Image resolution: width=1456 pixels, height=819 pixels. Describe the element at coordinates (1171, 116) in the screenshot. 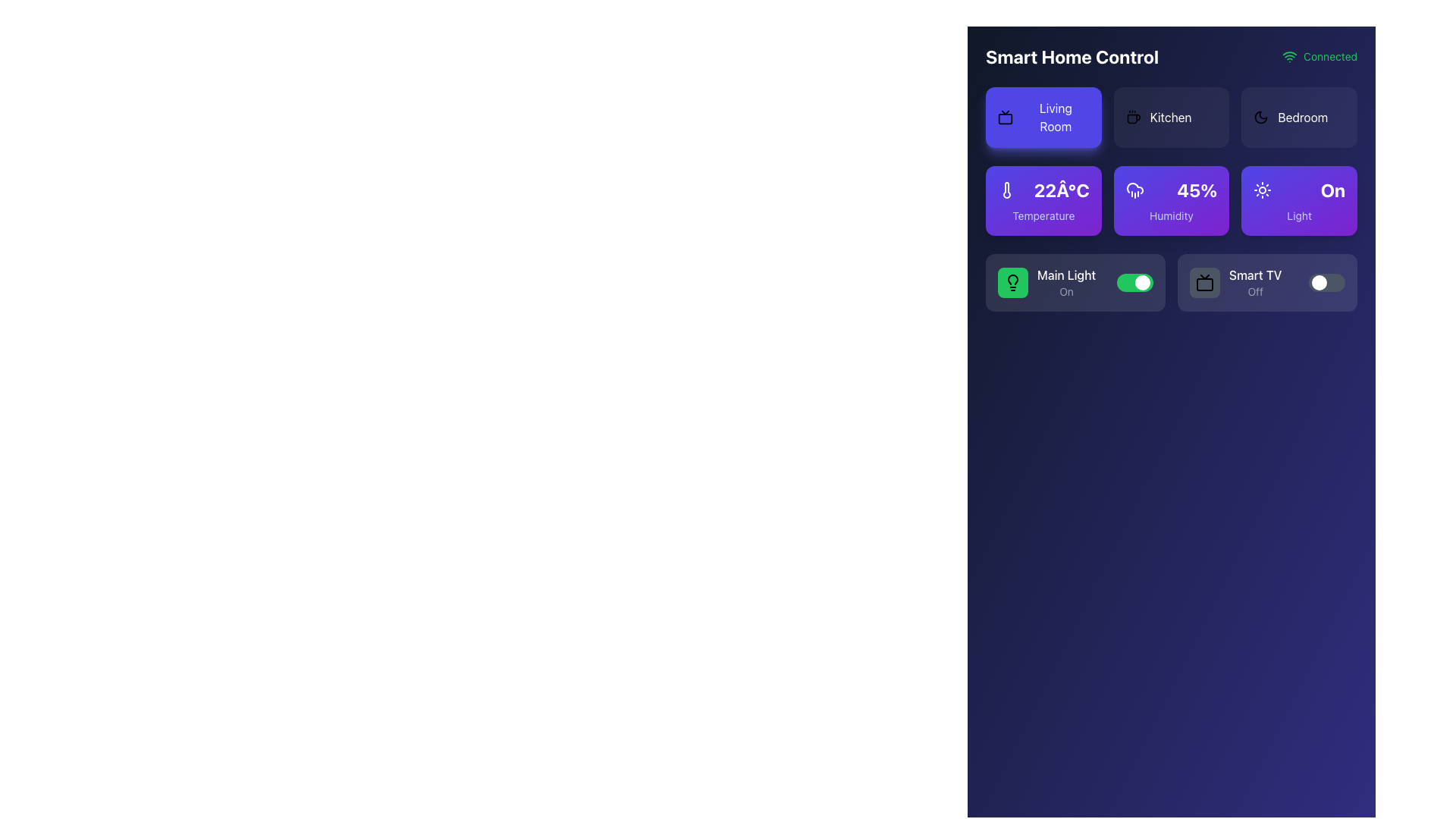

I see `the middle button in the row of three buttons labeled 'Smart Home Control'` at that location.